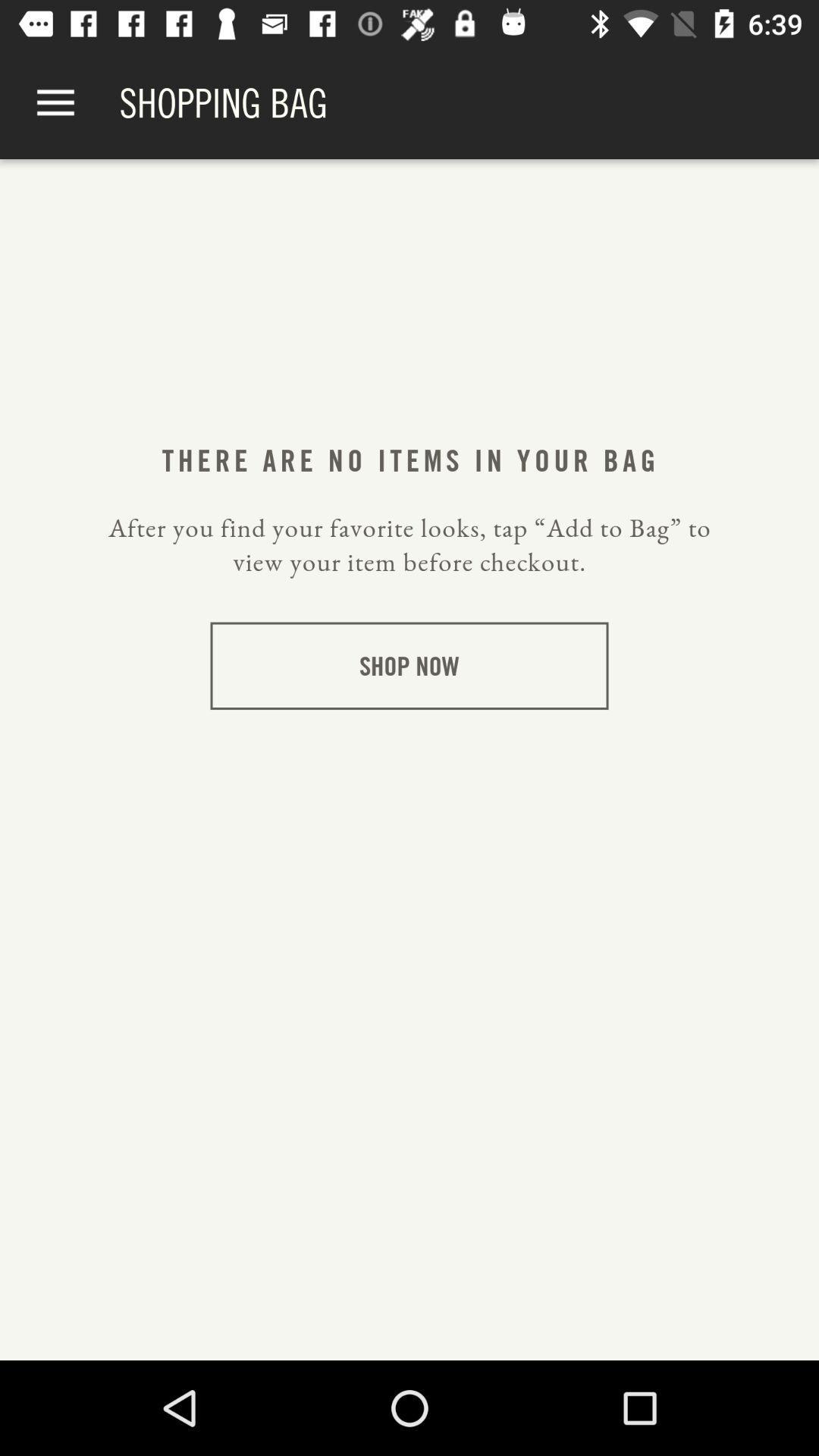 This screenshot has height=1456, width=819. Describe the element at coordinates (409, 666) in the screenshot. I see `shop now item` at that location.